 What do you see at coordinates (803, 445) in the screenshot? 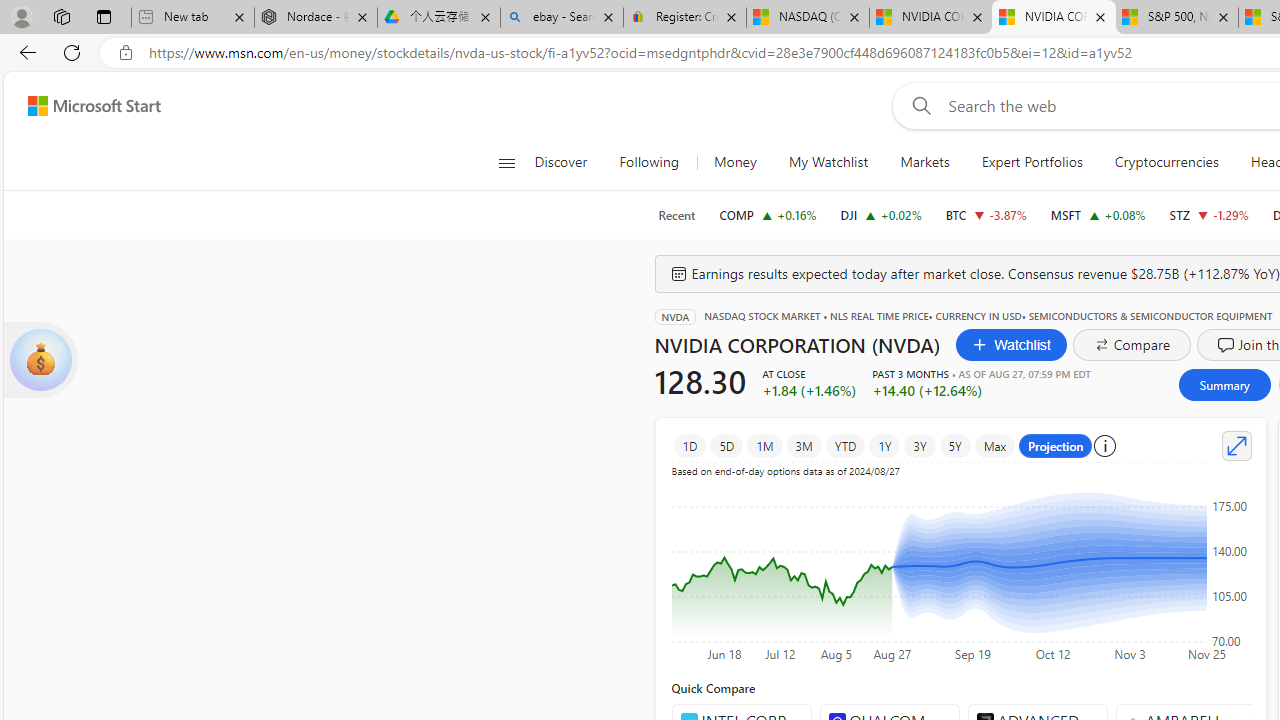
I see `'3M'` at bounding box center [803, 445].